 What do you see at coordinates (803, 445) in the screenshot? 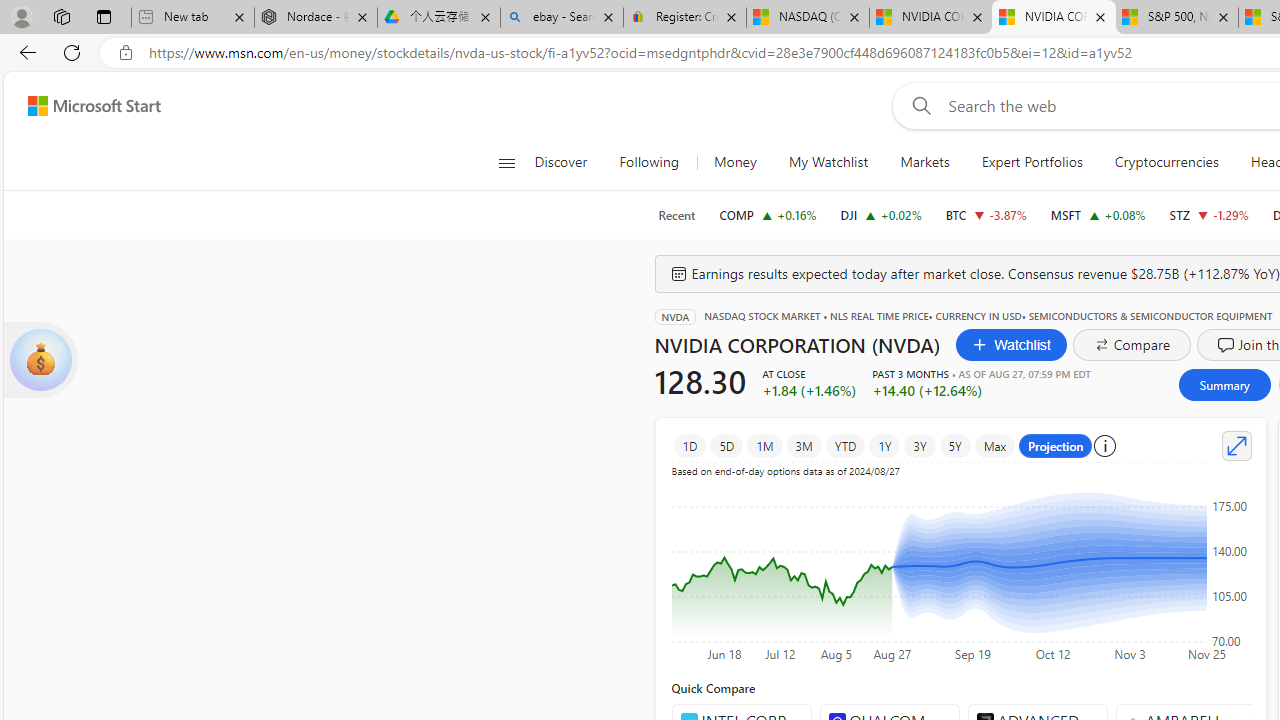
I see `'3M'` at bounding box center [803, 445].